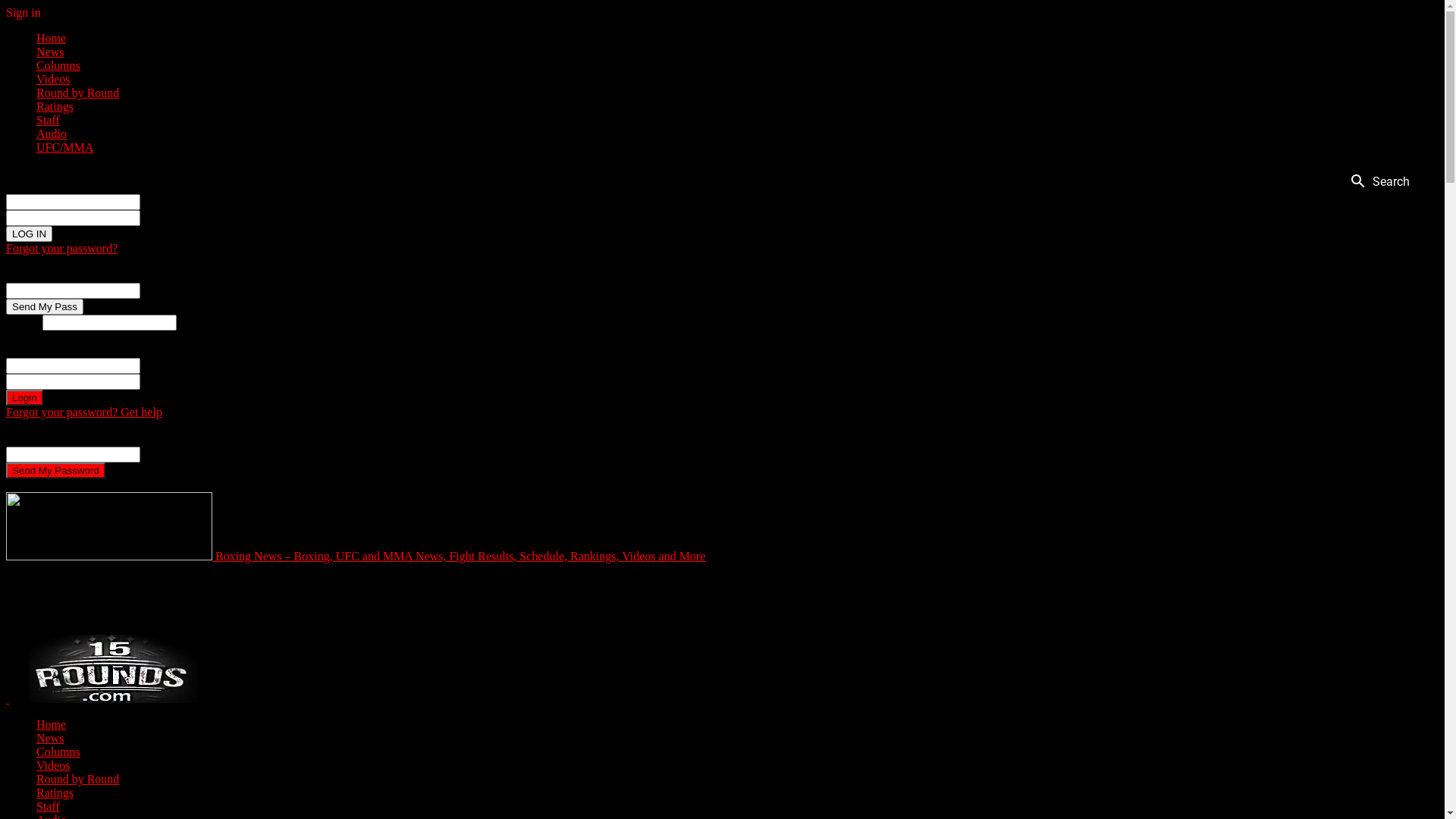 The height and width of the screenshot is (819, 1456). I want to click on 'Sign in', so click(23, 12).